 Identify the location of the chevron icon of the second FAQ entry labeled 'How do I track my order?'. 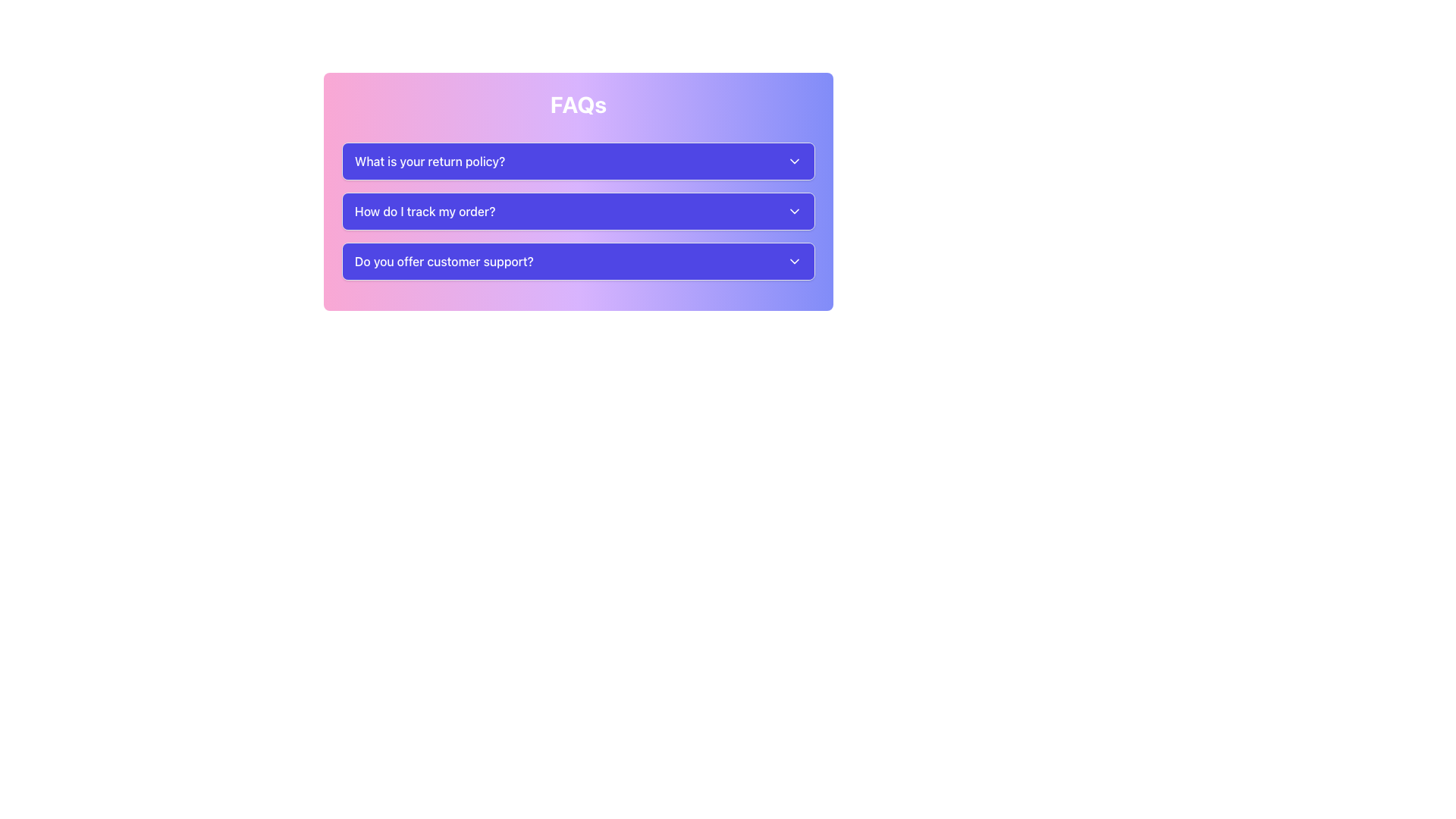
(793, 211).